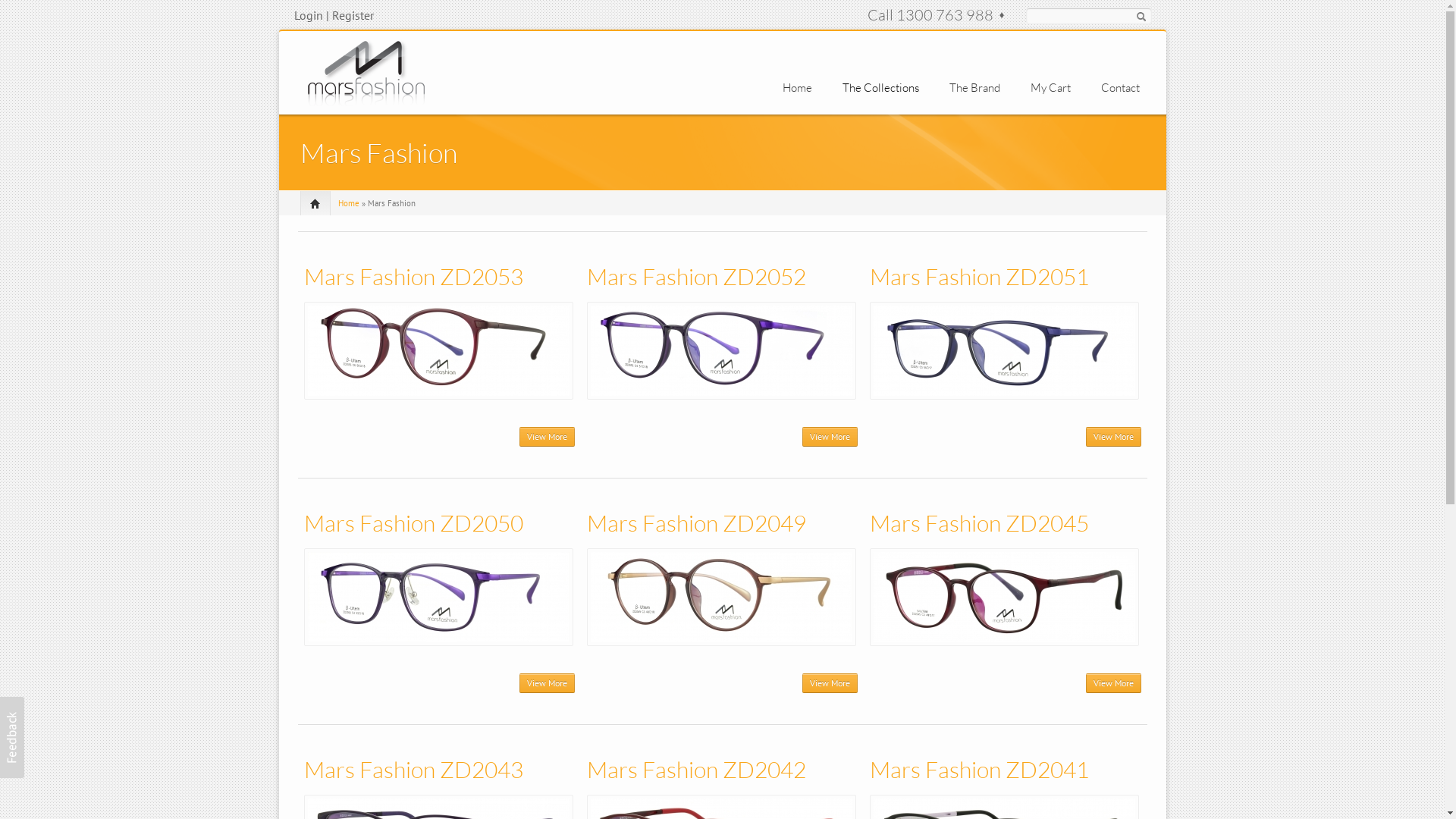 Image resolution: width=1456 pixels, height=819 pixels. Describe the element at coordinates (796, 87) in the screenshot. I see `'Home'` at that location.